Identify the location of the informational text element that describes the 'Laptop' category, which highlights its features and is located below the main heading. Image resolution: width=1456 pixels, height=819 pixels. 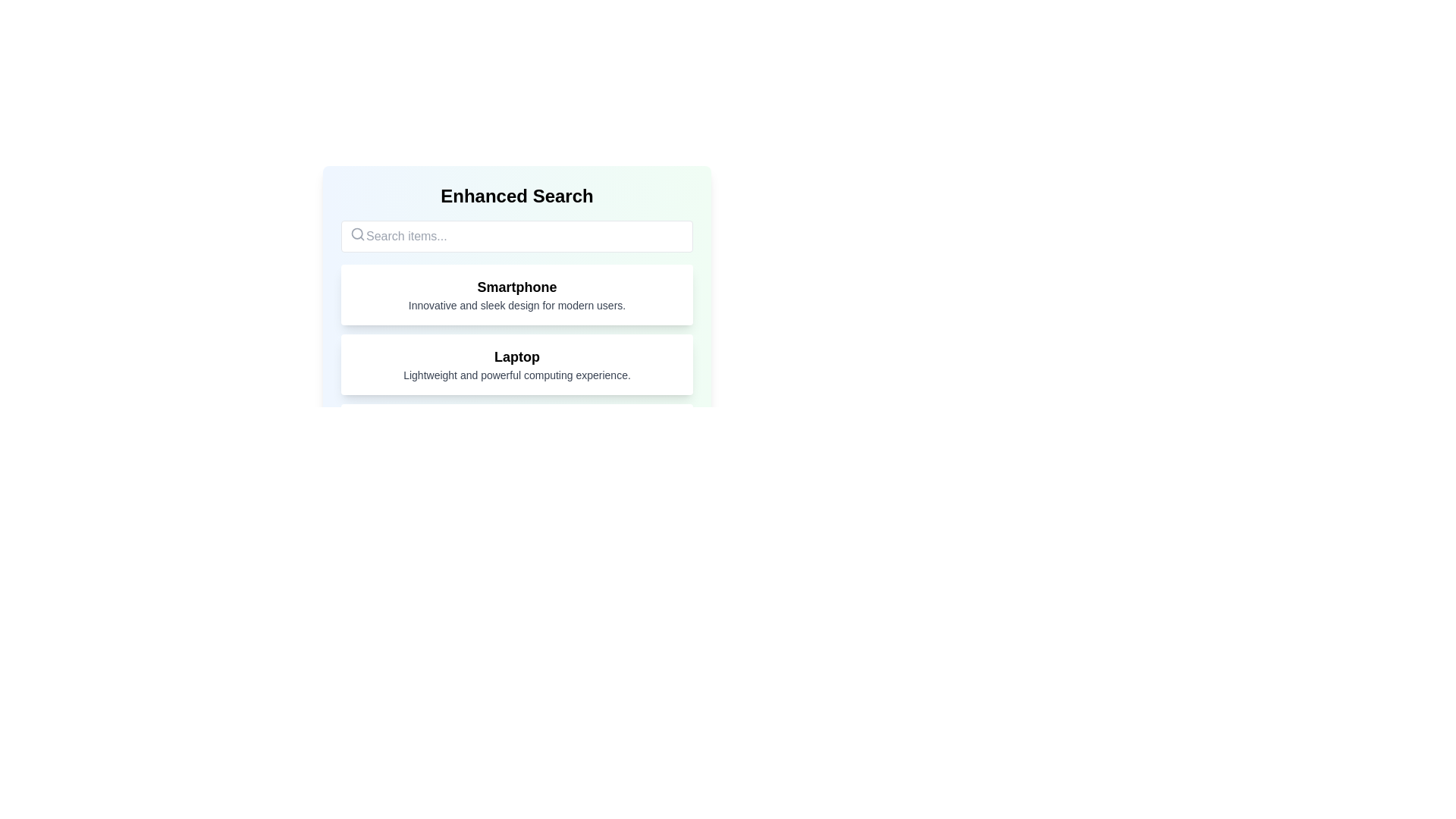
(516, 375).